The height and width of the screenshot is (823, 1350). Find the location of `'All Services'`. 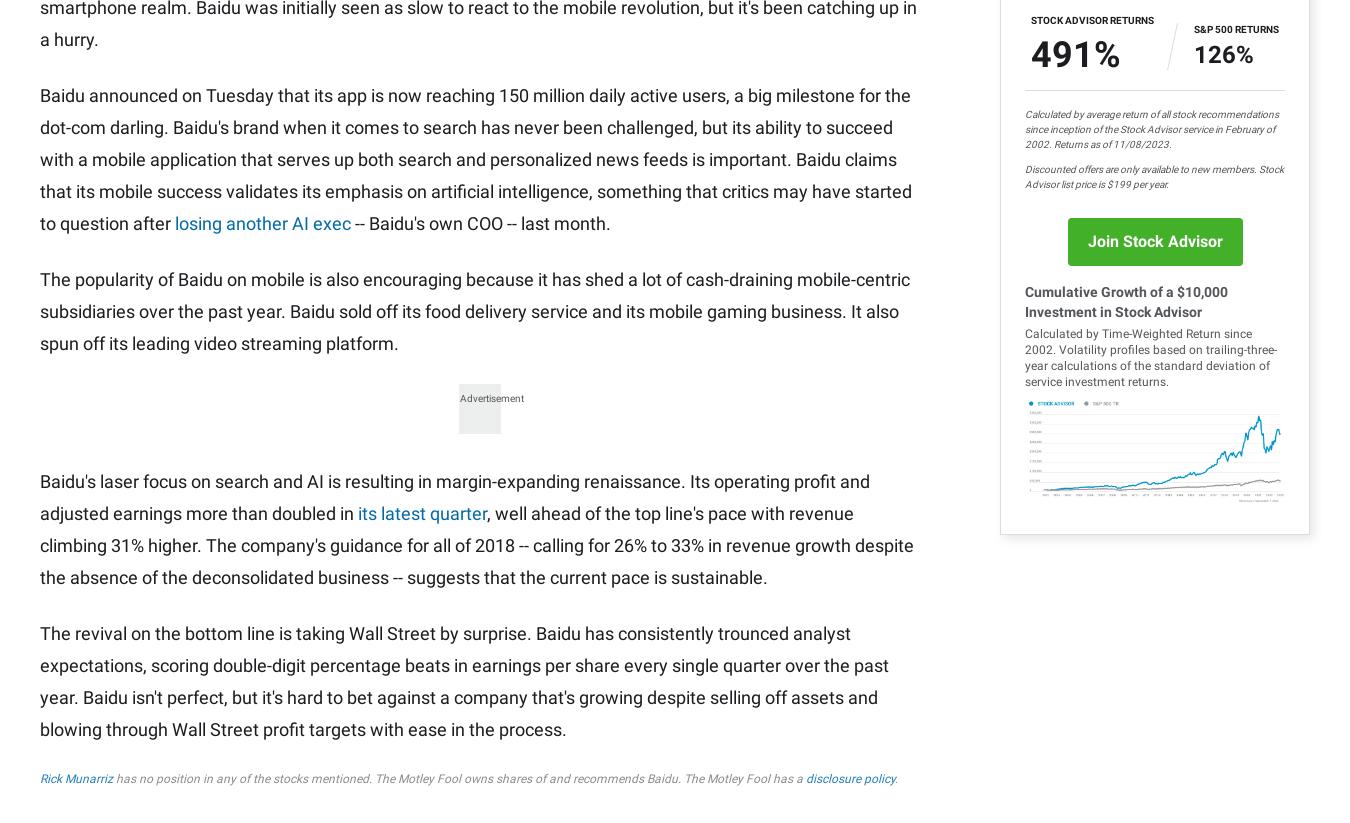

'All Services' is located at coordinates (609, 250).